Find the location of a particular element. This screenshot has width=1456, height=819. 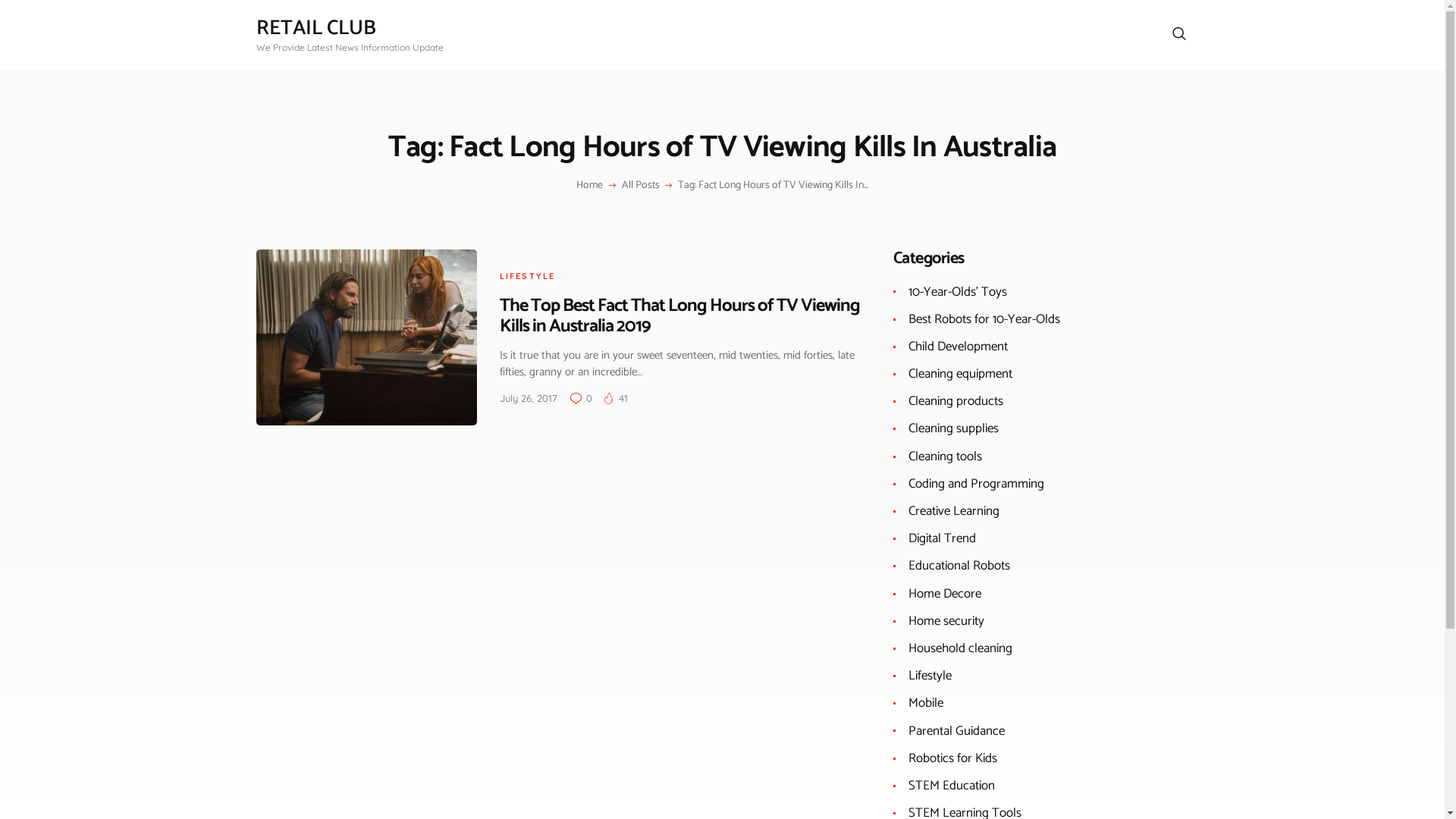

'Robotics for Kids' is located at coordinates (952, 758).